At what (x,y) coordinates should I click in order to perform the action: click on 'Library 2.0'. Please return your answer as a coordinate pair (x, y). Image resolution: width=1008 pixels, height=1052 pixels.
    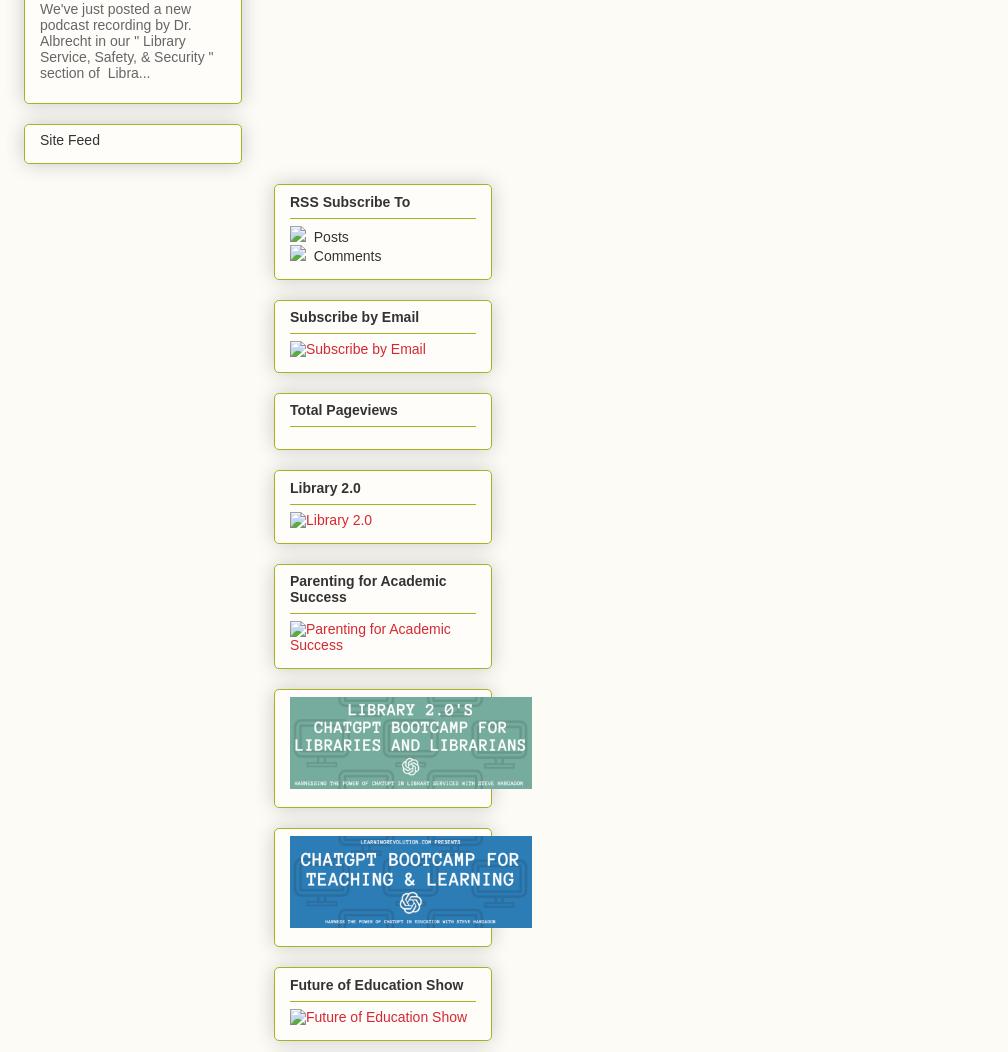
    Looking at the image, I should click on (324, 485).